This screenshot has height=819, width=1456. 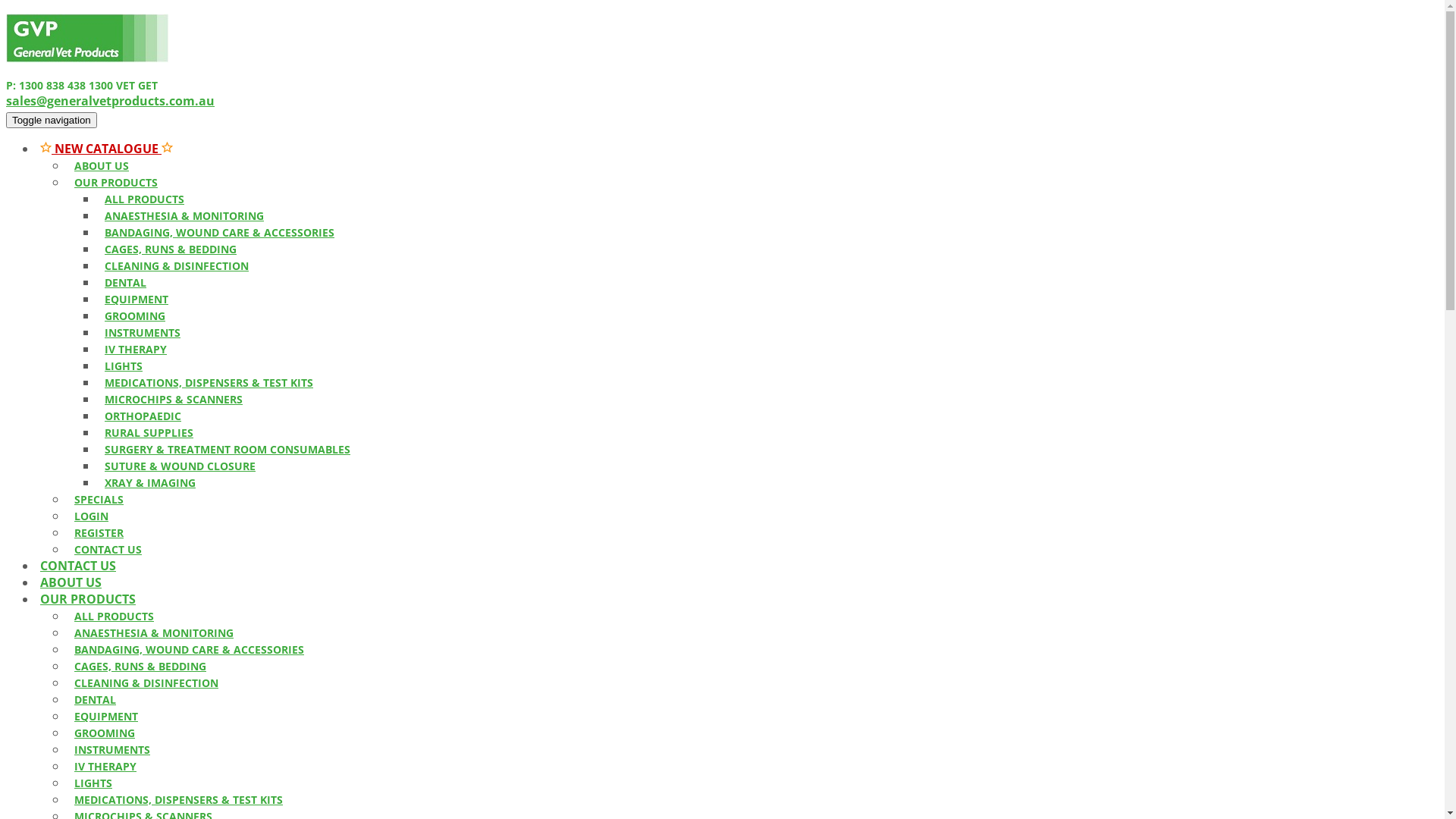 I want to click on 'CLEANING & DISINFECTION', so click(x=146, y=682).